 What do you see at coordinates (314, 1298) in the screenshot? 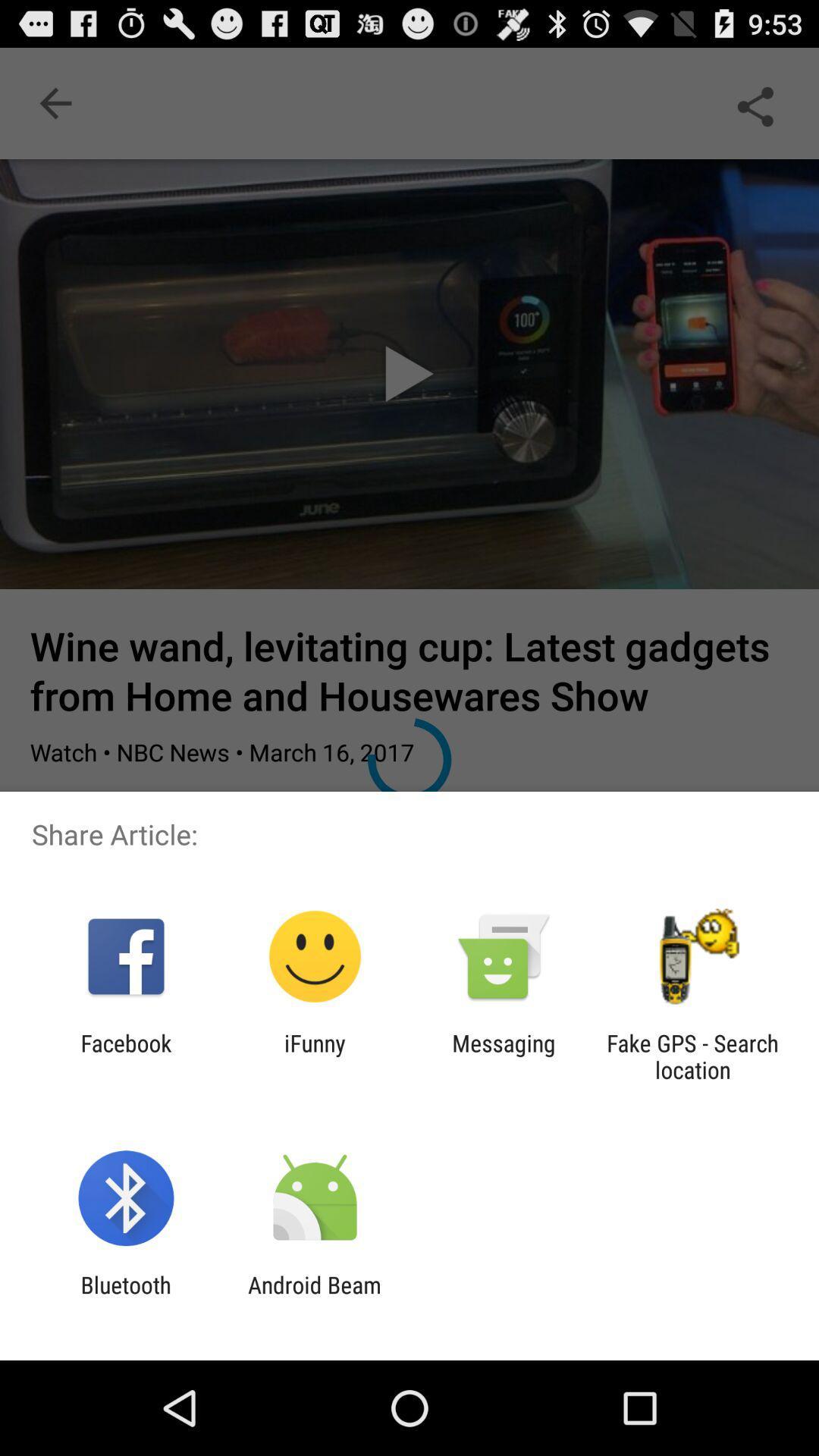
I see `the item next to bluetooth icon` at bounding box center [314, 1298].